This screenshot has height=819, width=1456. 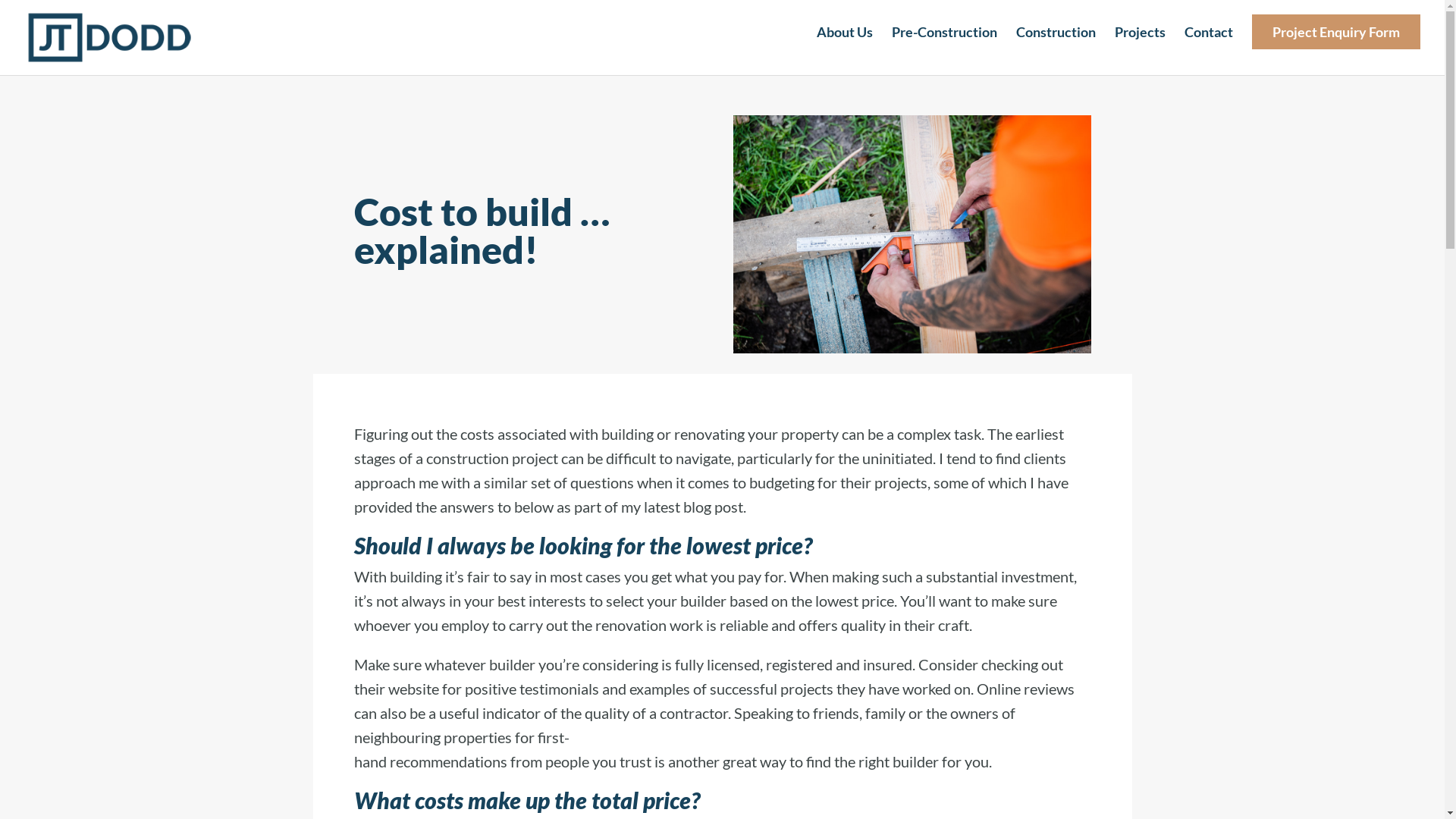 I want to click on 'Pre-Construction', so click(x=943, y=44).